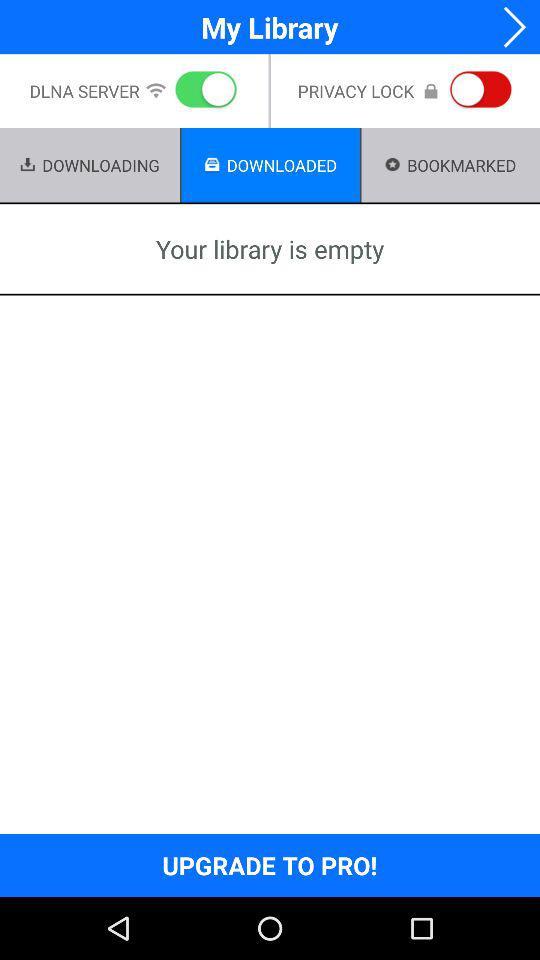  I want to click on the arrow_forward icon, so click(508, 28).